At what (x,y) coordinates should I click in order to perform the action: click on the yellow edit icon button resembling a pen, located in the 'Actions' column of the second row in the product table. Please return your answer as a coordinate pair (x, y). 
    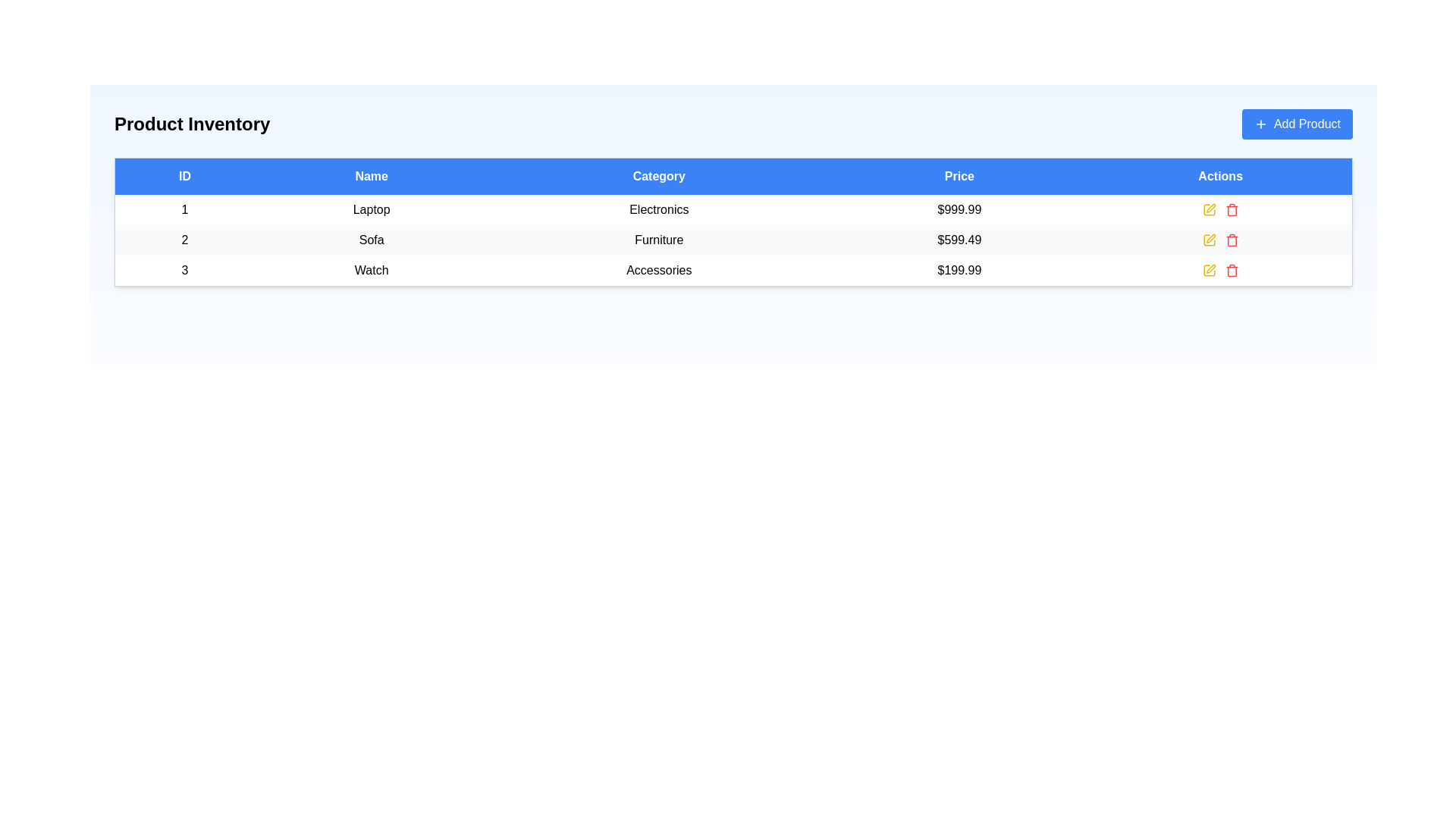
    Looking at the image, I should click on (1208, 239).